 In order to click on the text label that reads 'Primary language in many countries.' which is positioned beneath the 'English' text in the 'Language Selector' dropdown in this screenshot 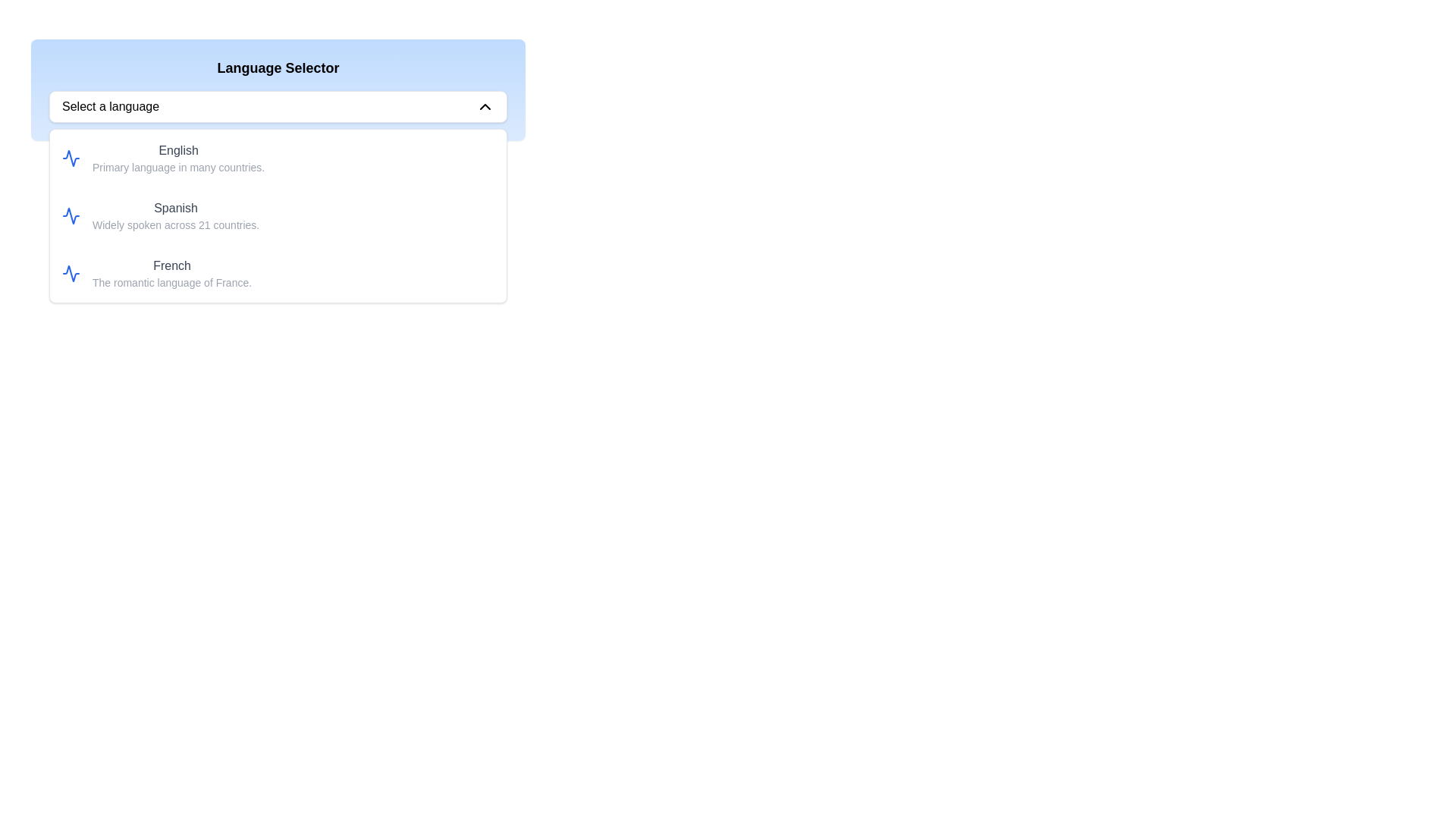, I will do `click(178, 167)`.